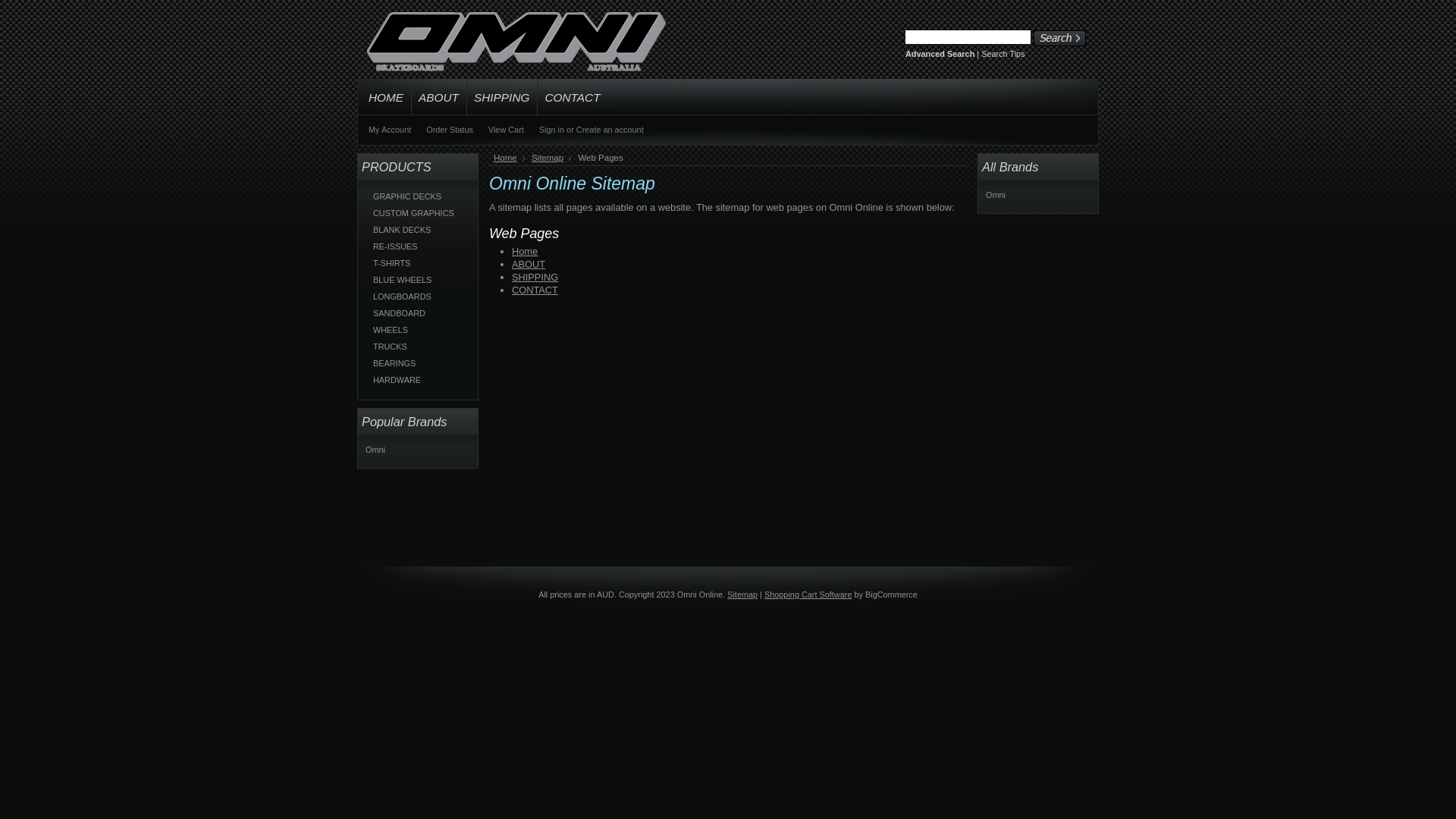 This screenshot has width=1456, height=819. Describe the element at coordinates (996, 194) in the screenshot. I see `'Omni'` at that location.